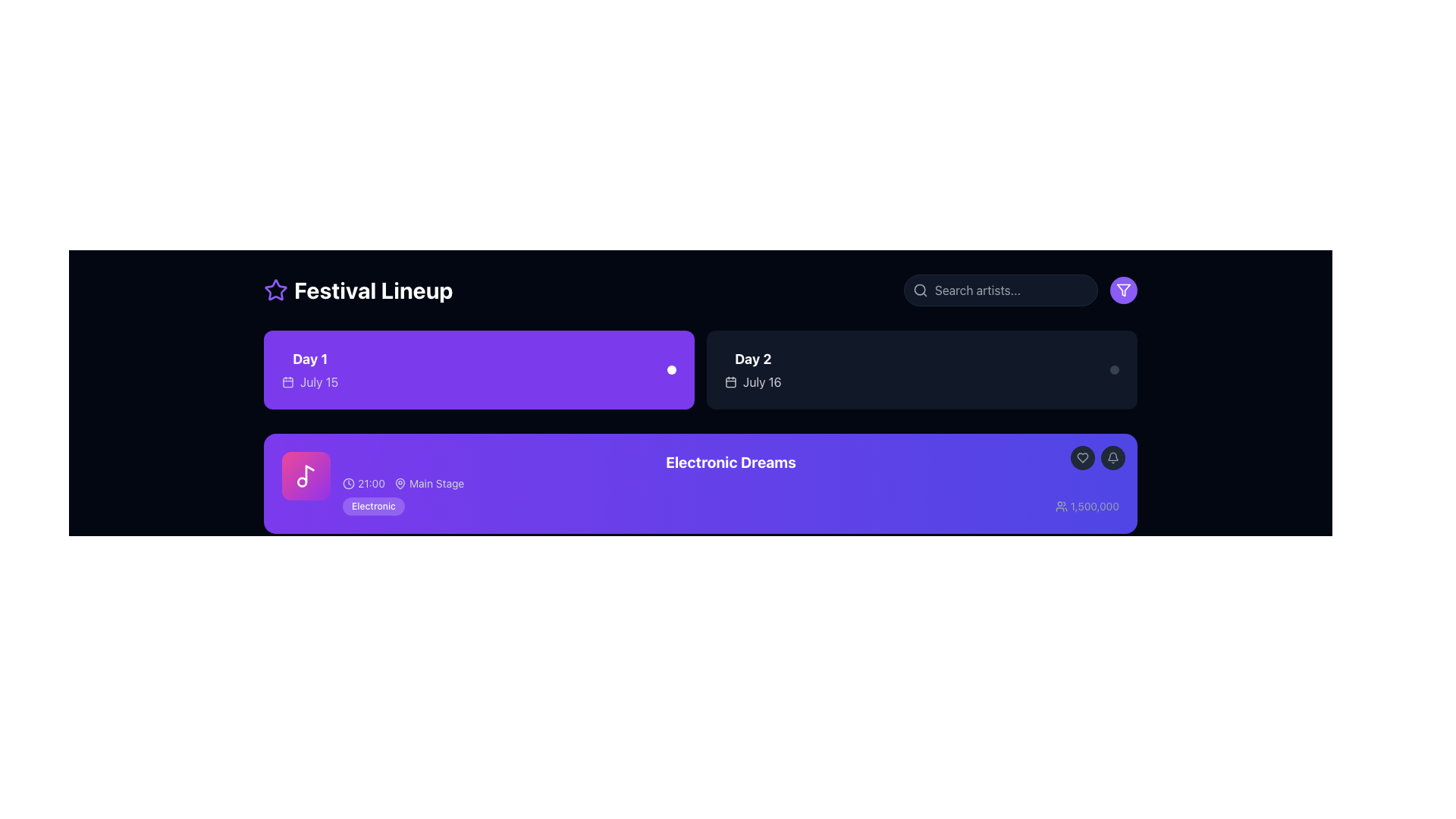 This screenshot has height=819, width=1456. Describe the element at coordinates (348, 483) in the screenshot. I see `the clock icon element located to the left of the time '21:00' in the bottom left part of the event card` at that location.